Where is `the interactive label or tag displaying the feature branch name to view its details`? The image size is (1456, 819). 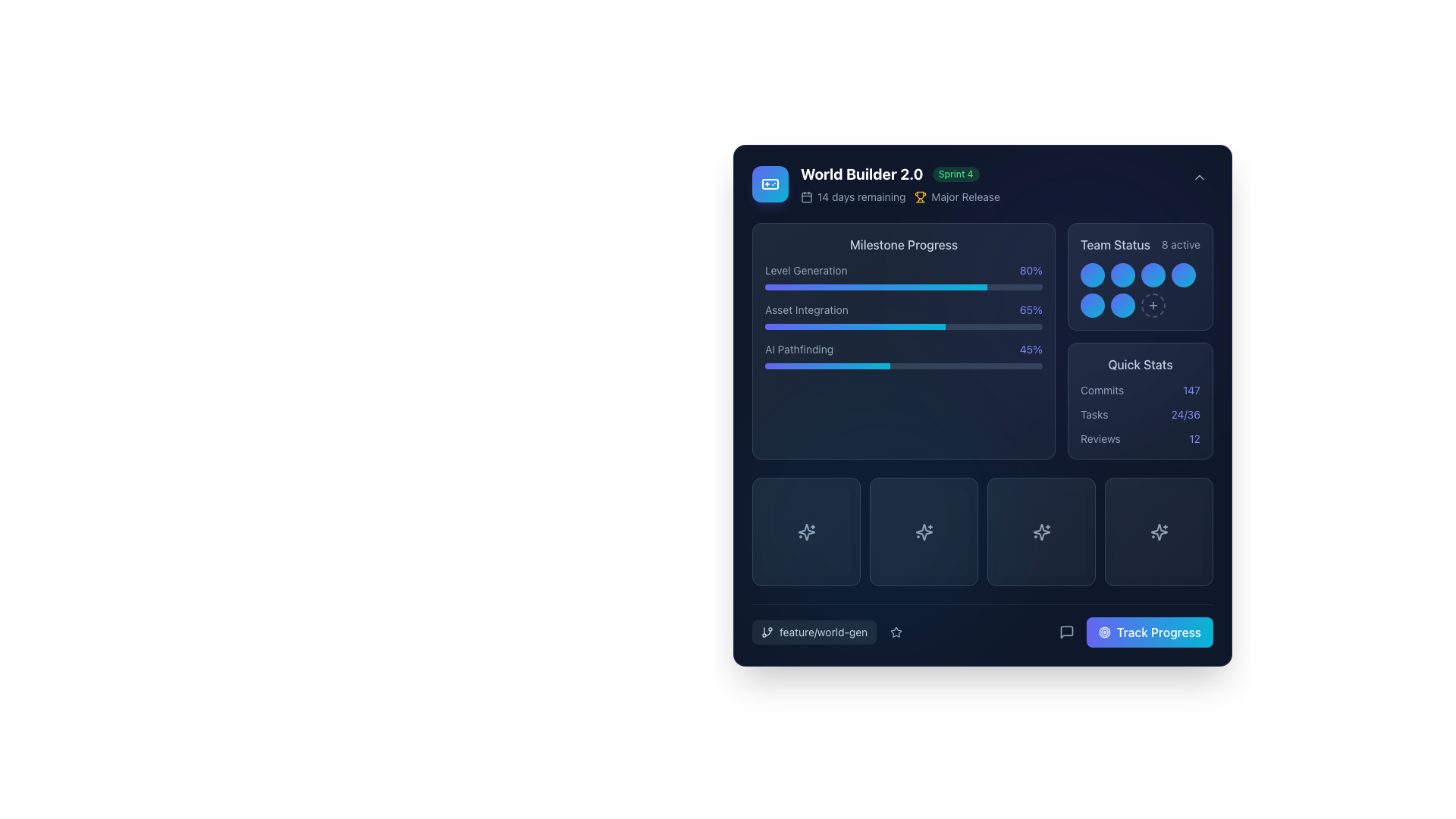 the interactive label or tag displaying the feature branch name to view its details is located at coordinates (829, 632).